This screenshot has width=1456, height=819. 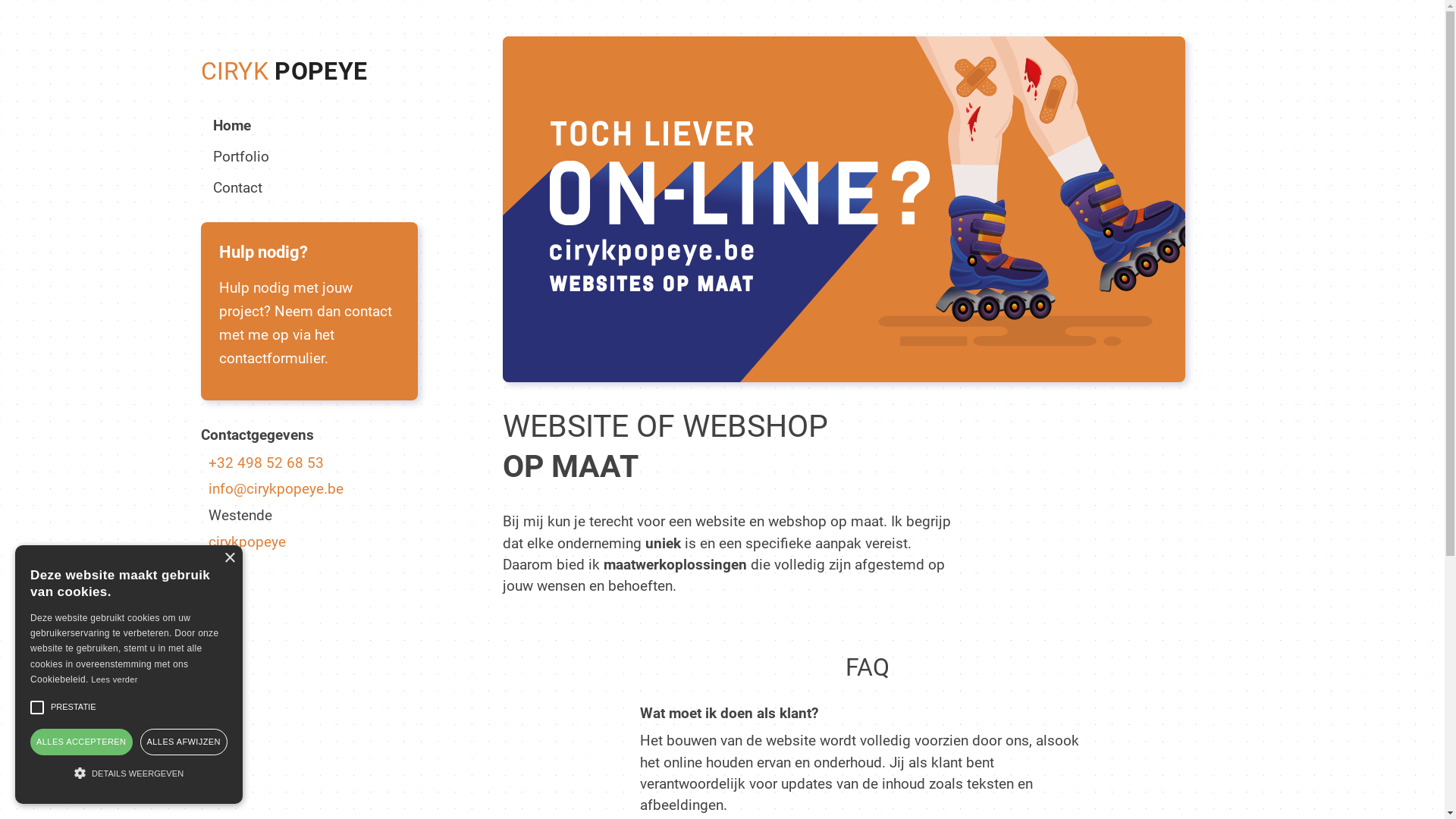 I want to click on 'CIRYK POPEYE', so click(x=284, y=71).